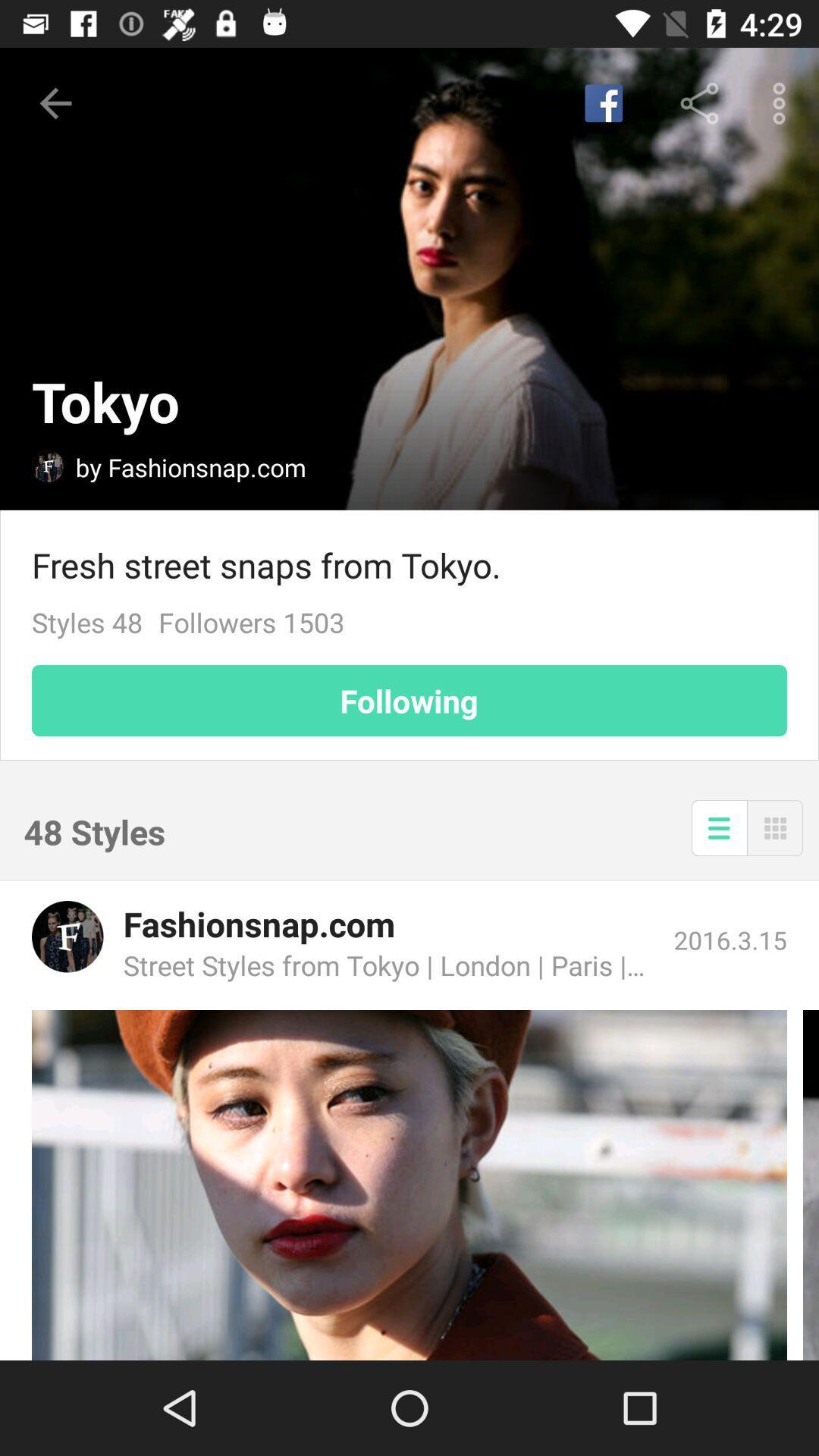  I want to click on information, so click(718, 827).